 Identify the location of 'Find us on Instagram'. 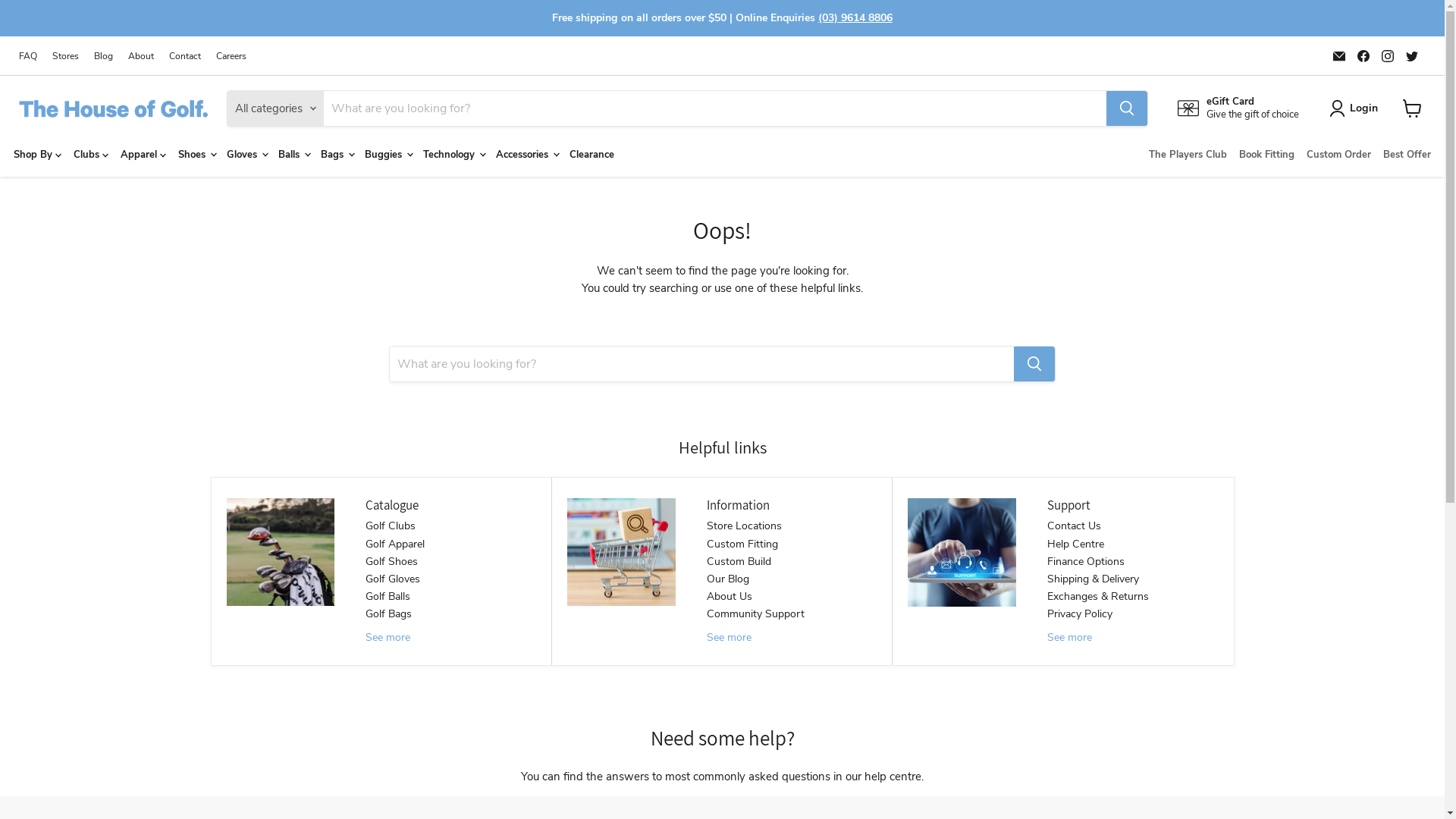
(1387, 55).